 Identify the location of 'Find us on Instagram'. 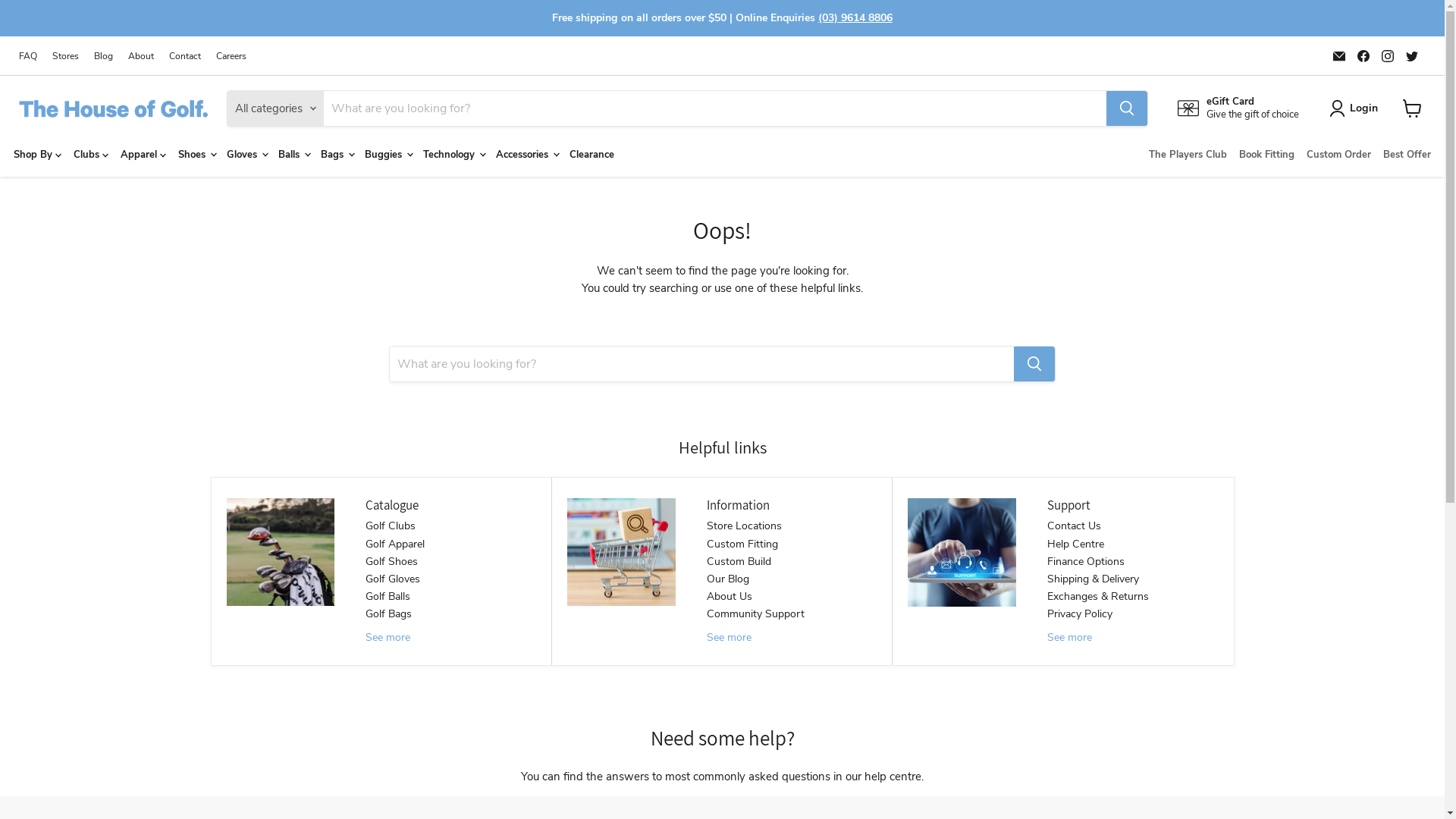
(1387, 55).